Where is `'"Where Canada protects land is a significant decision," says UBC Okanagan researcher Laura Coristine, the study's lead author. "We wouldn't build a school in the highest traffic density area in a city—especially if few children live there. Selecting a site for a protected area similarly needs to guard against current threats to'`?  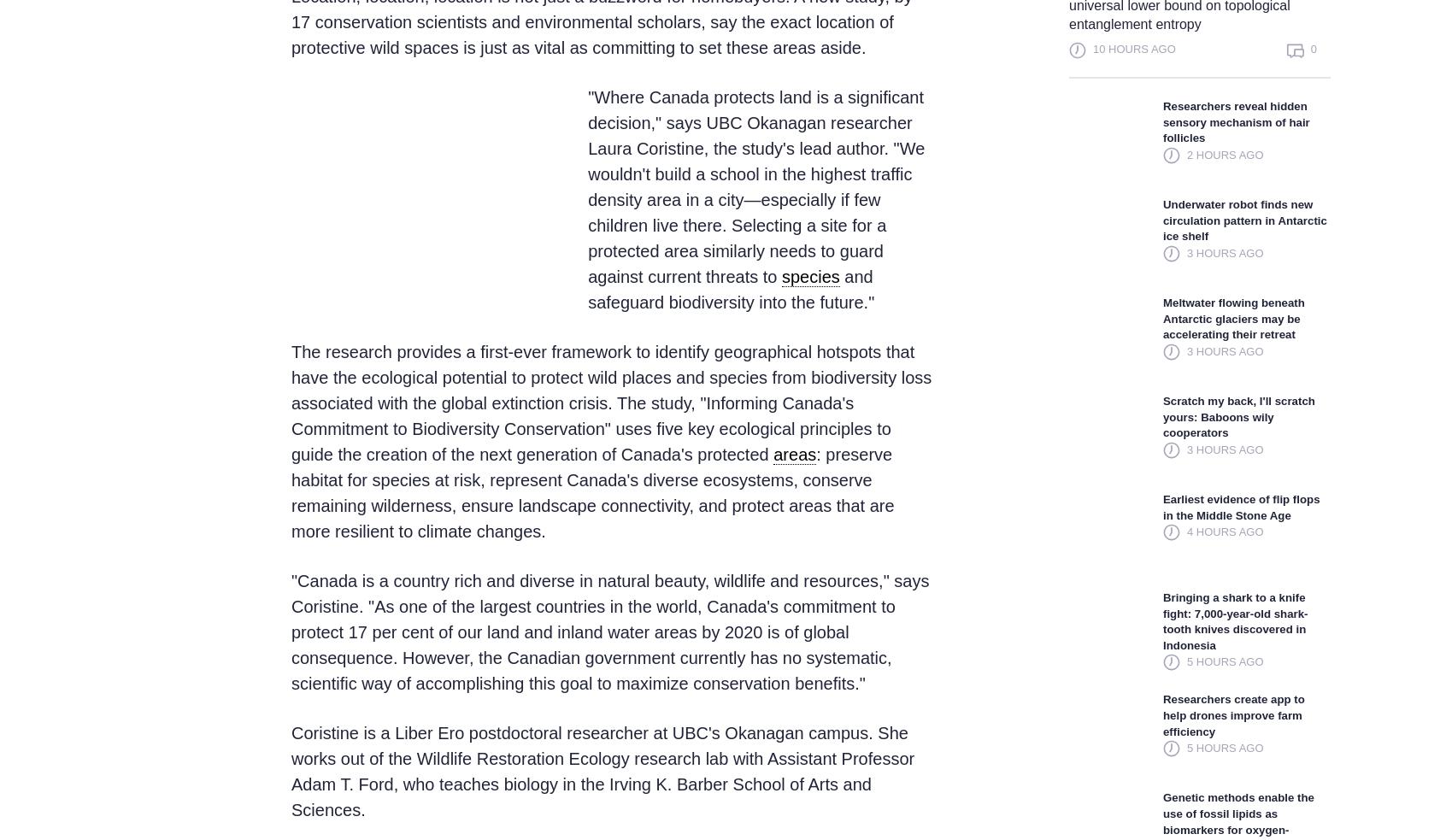
'"Where Canada protects land is a significant decision," says UBC Okanagan researcher Laura Coristine, the study's lead author. "We wouldn't build a school in the highest traffic density area in a city—especially if few children live there. Selecting a site for a protected area similarly needs to guard against current threats to' is located at coordinates (755, 187).